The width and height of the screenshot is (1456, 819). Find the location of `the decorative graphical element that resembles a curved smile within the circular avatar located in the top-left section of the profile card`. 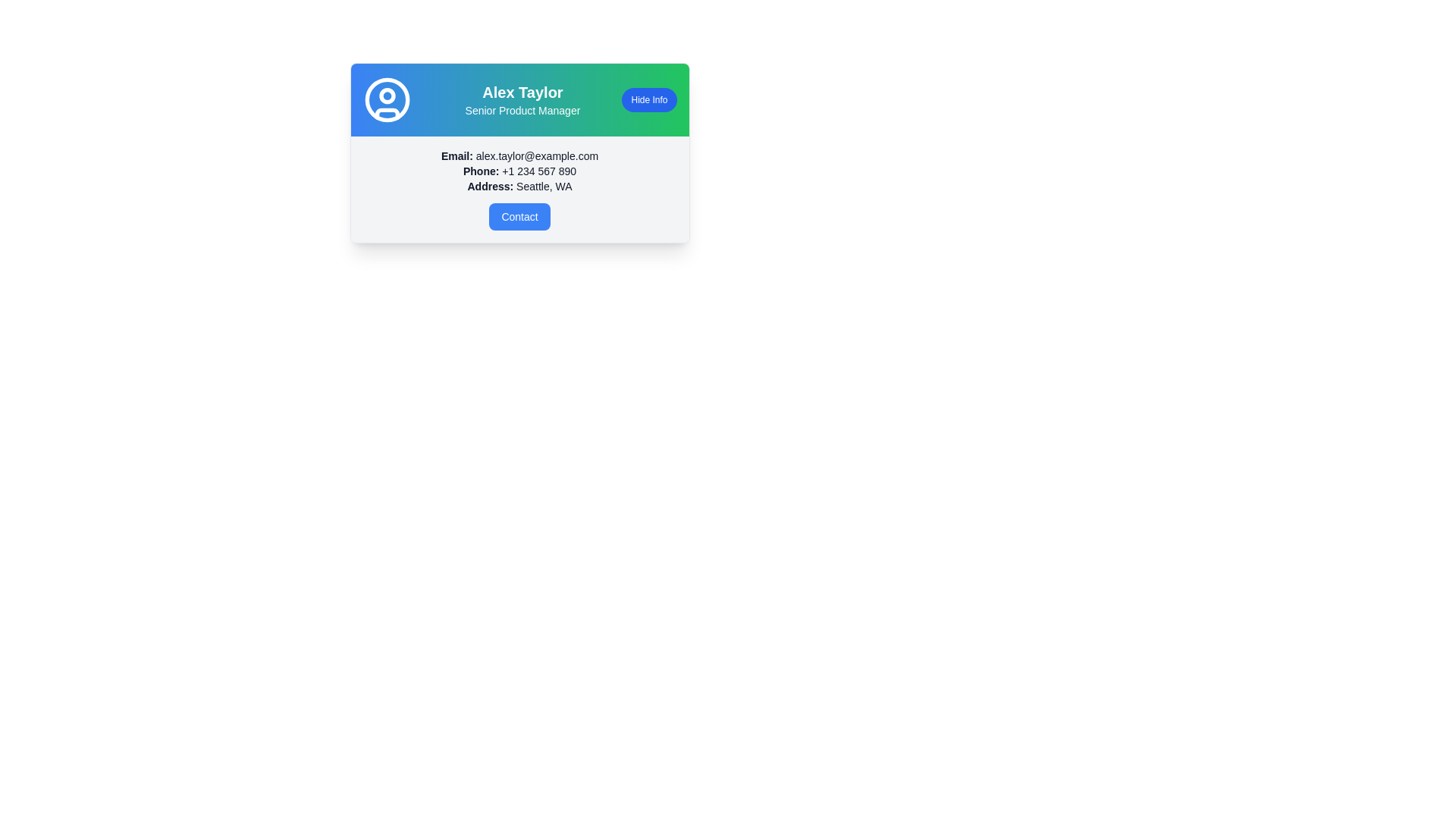

the decorative graphical element that resembles a curved smile within the circular avatar located in the top-left section of the profile card is located at coordinates (387, 113).